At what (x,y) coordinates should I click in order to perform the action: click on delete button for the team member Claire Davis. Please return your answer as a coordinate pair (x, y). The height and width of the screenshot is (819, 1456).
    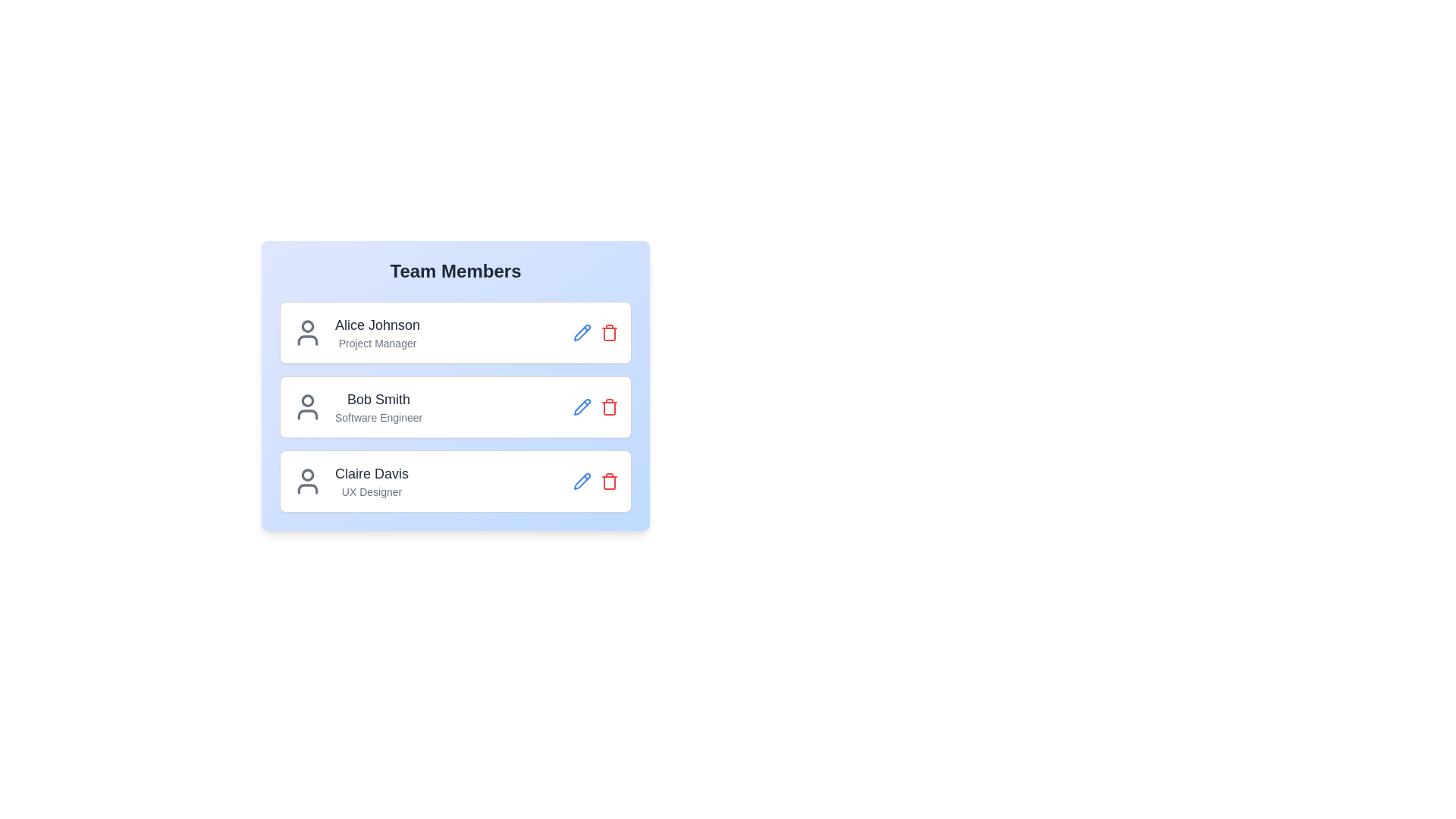
    Looking at the image, I should click on (610, 482).